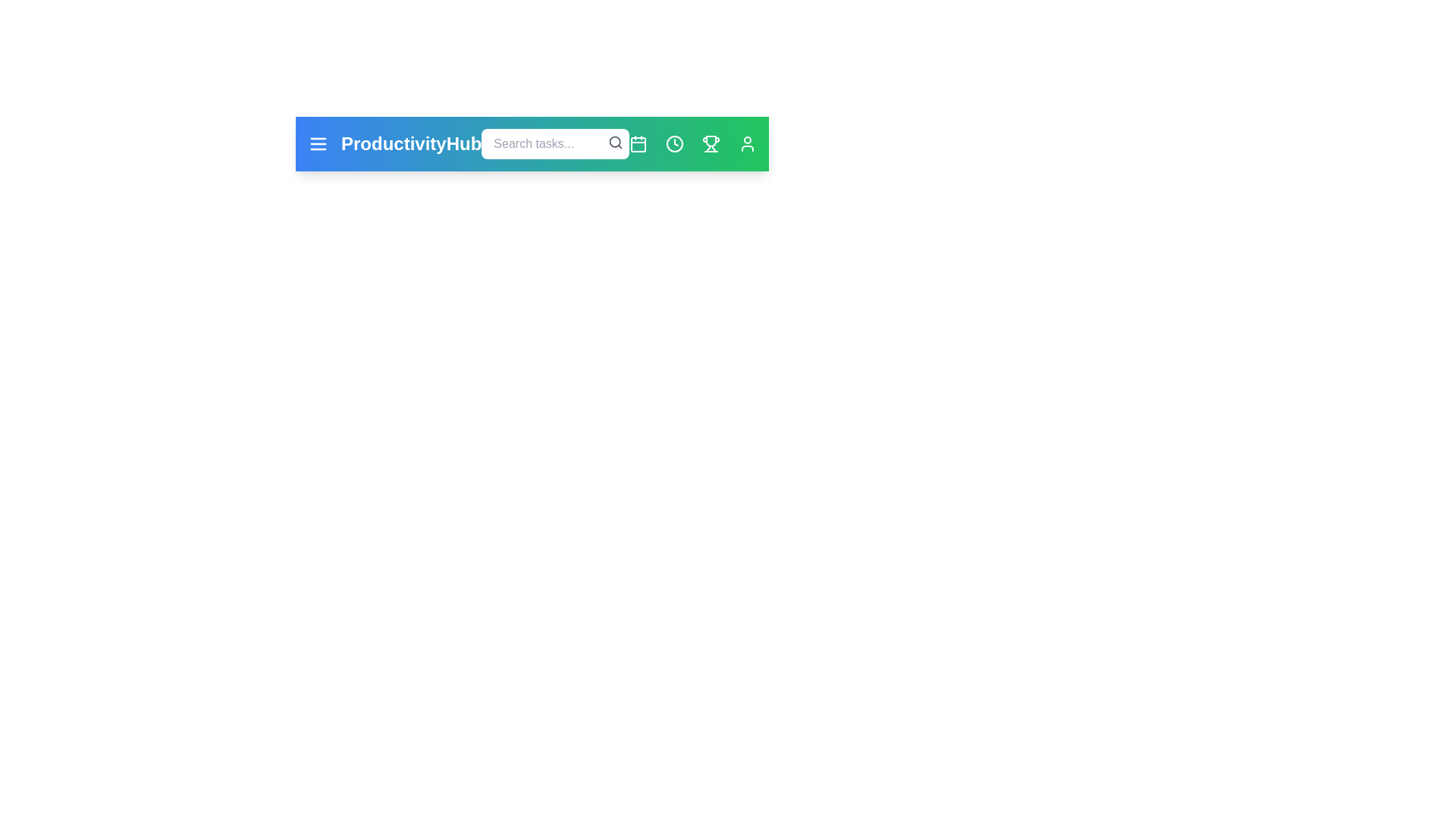 This screenshot has width=1456, height=819. What do you see at coordinates (638, 143) in the screenshot?
I see `the calendar icon to access the calendar view` at bounding box center [638, 143].